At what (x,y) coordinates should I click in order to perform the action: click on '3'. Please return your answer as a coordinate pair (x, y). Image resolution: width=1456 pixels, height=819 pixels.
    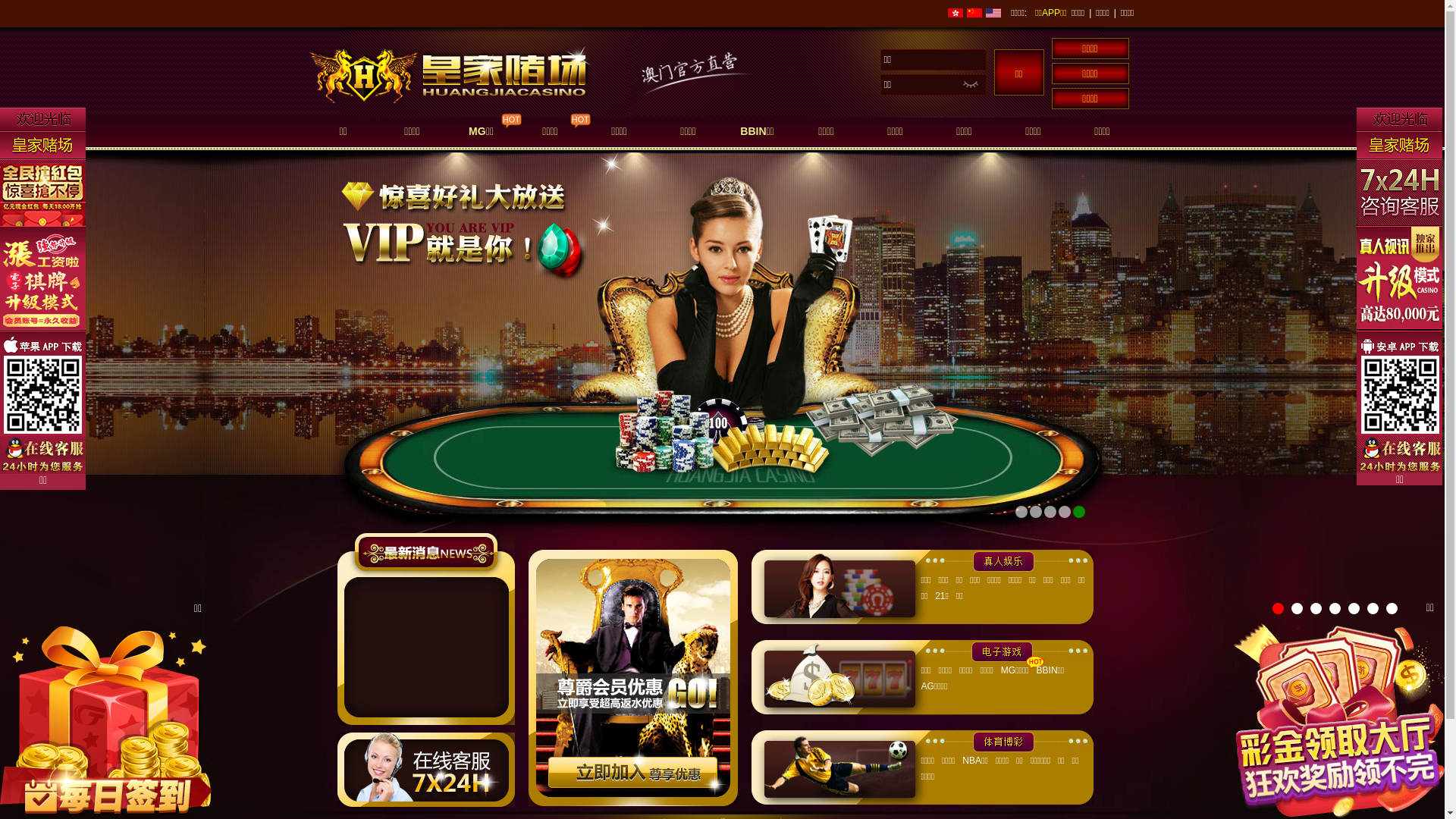
    Looking at the image, I should click on (1315, 607).